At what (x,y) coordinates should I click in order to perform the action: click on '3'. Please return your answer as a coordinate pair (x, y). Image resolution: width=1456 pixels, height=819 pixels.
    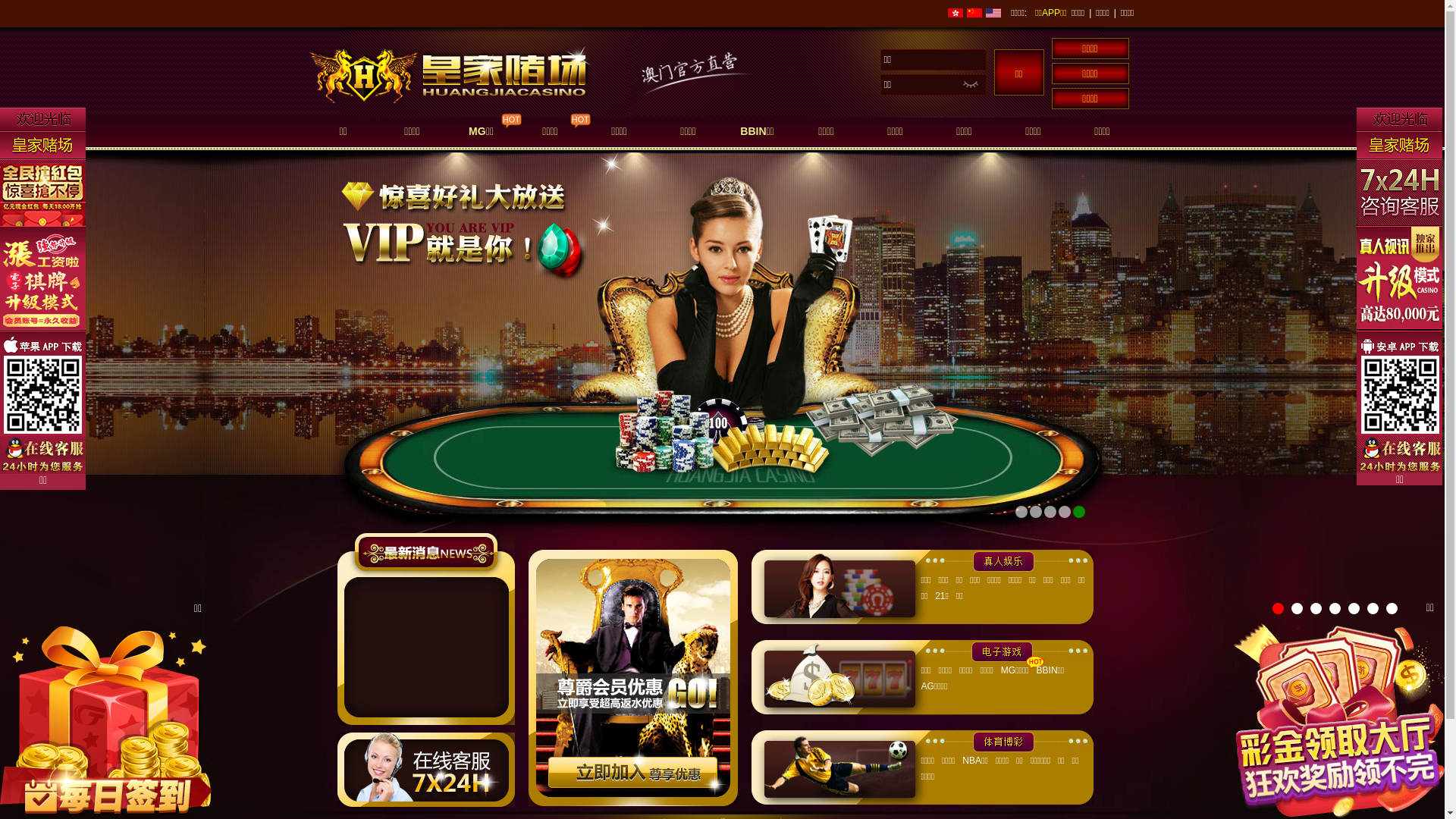
    Looking at the image, I should click on (1315, 607).